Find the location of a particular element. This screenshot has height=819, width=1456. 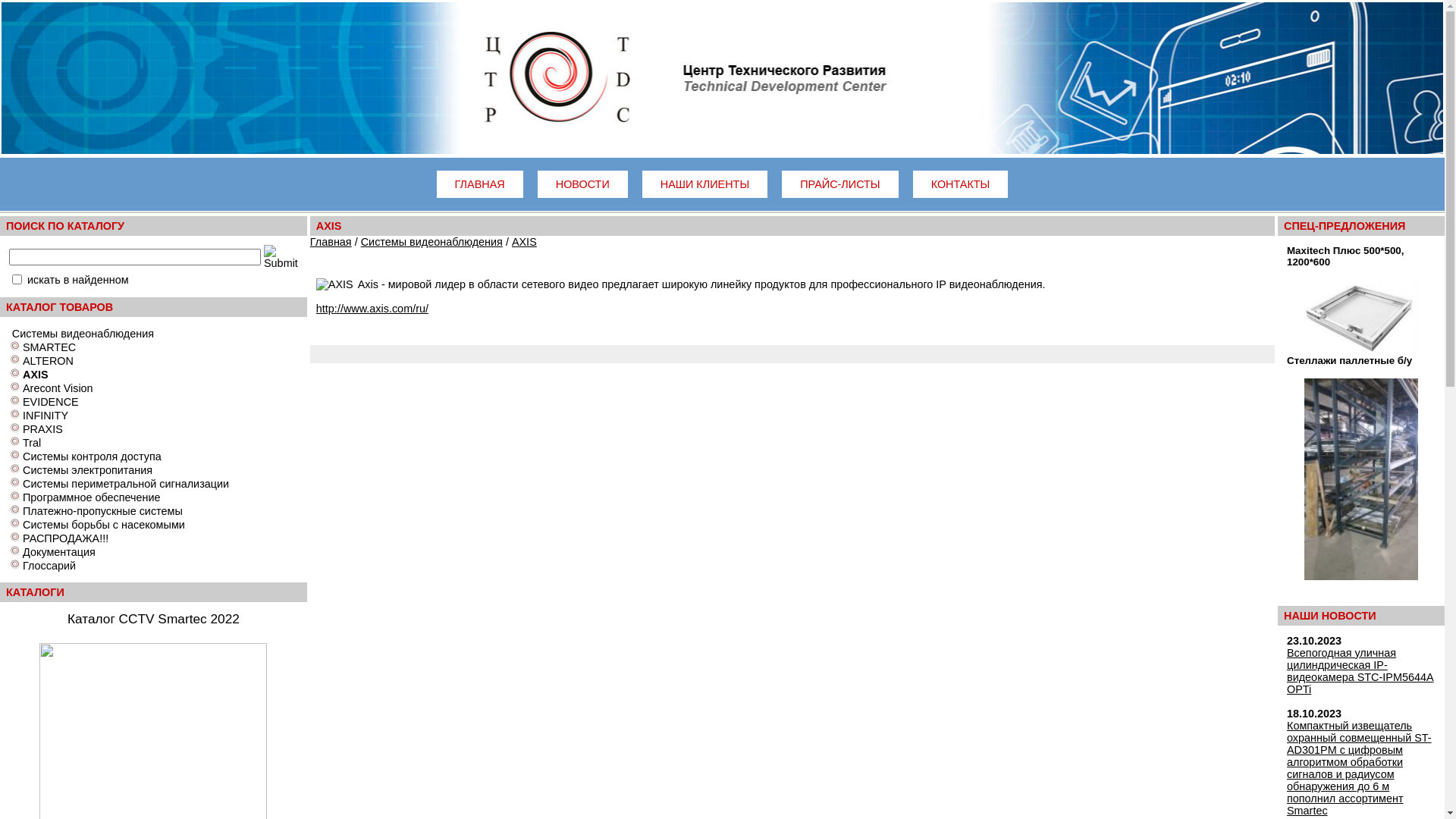

'Tral' is located at coordinates (22, 442).